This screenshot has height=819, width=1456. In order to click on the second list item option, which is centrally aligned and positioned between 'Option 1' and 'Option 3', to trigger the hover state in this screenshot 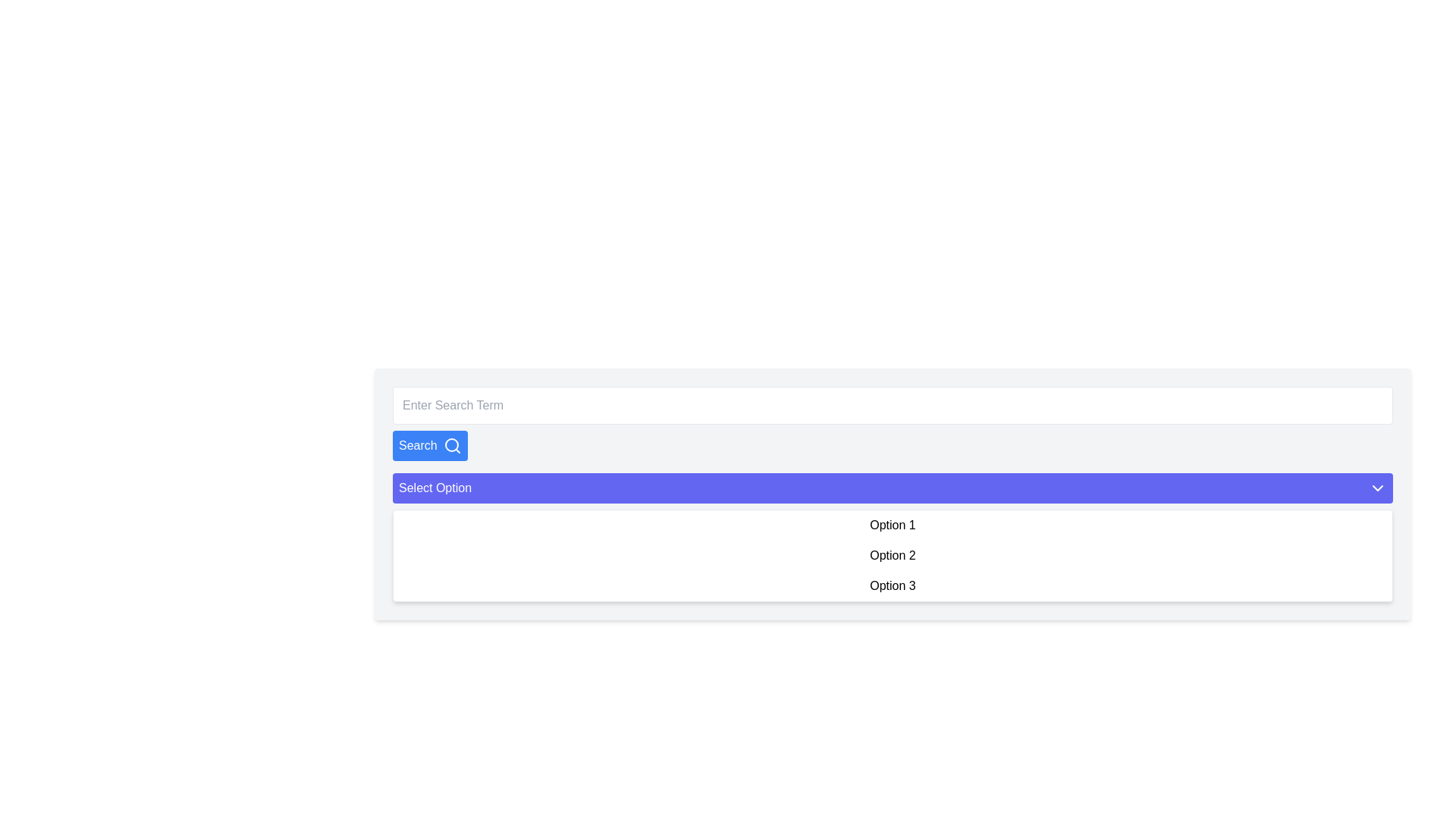, I will do `click(893, 555)`.